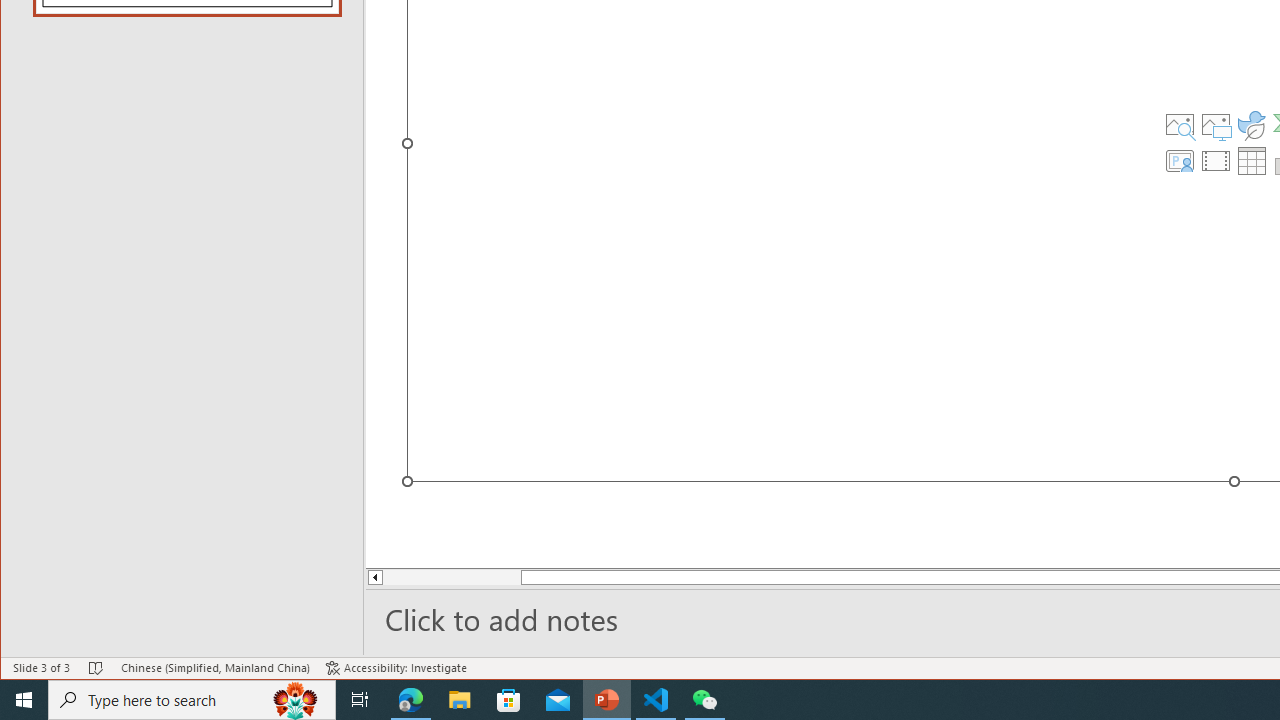 This screenshot has height=720, width=1280. Describe the element at coordinates (1179, 159) in the screenshot. I see `'Insert Cameo'` at that location.